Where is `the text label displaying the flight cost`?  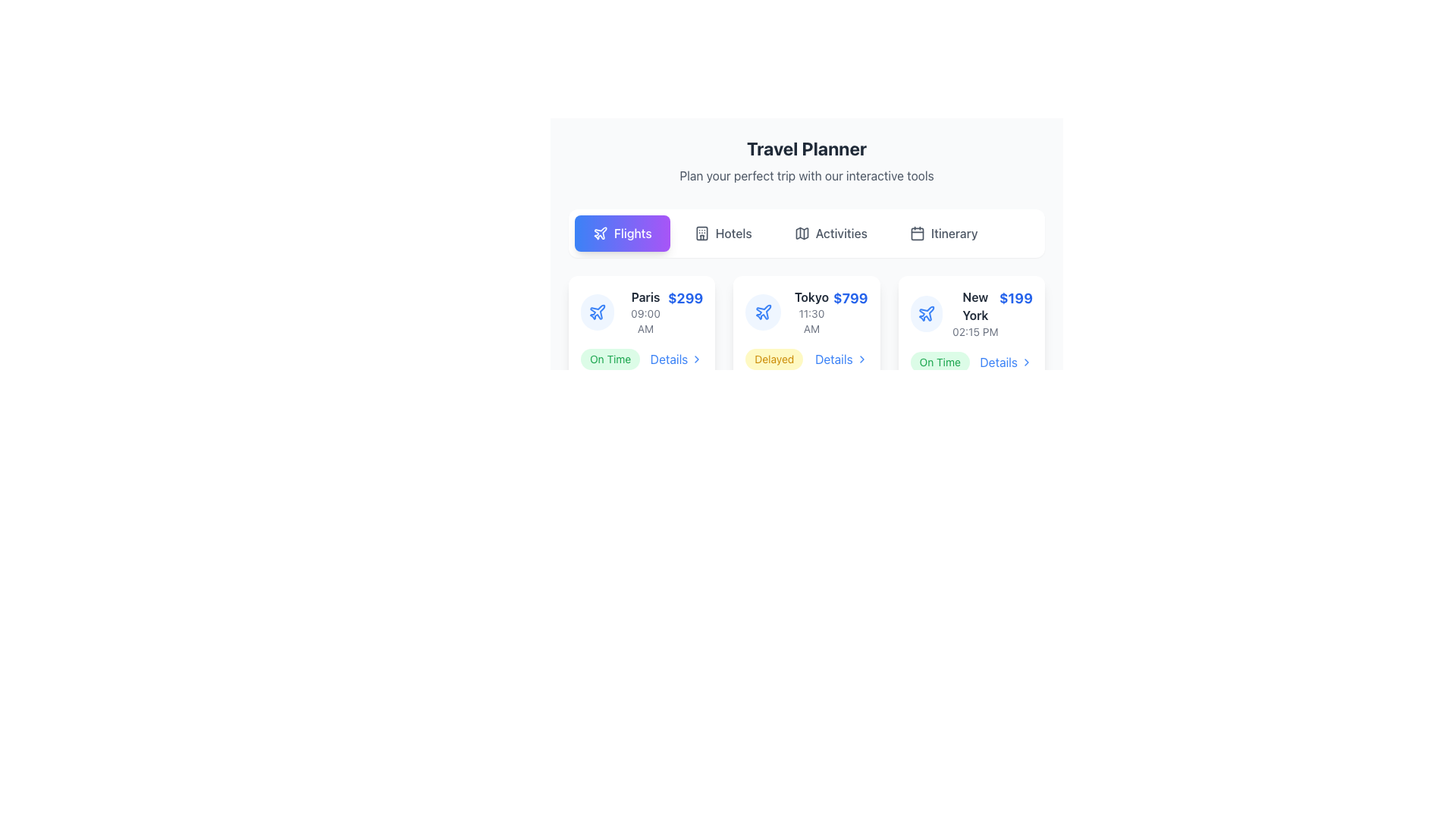 the text label displaying the flight cost is located at coordinates (1015, 298).